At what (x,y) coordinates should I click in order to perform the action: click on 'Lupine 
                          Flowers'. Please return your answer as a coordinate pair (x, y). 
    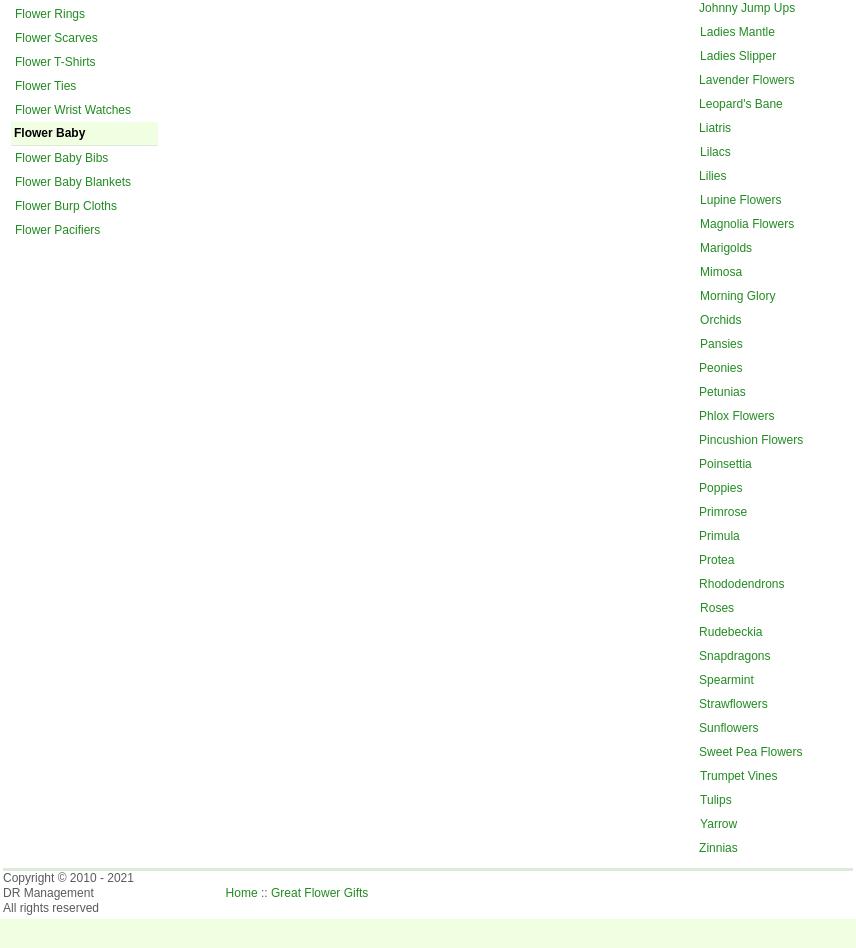
    Looking at the image, I should click on (740, 197).